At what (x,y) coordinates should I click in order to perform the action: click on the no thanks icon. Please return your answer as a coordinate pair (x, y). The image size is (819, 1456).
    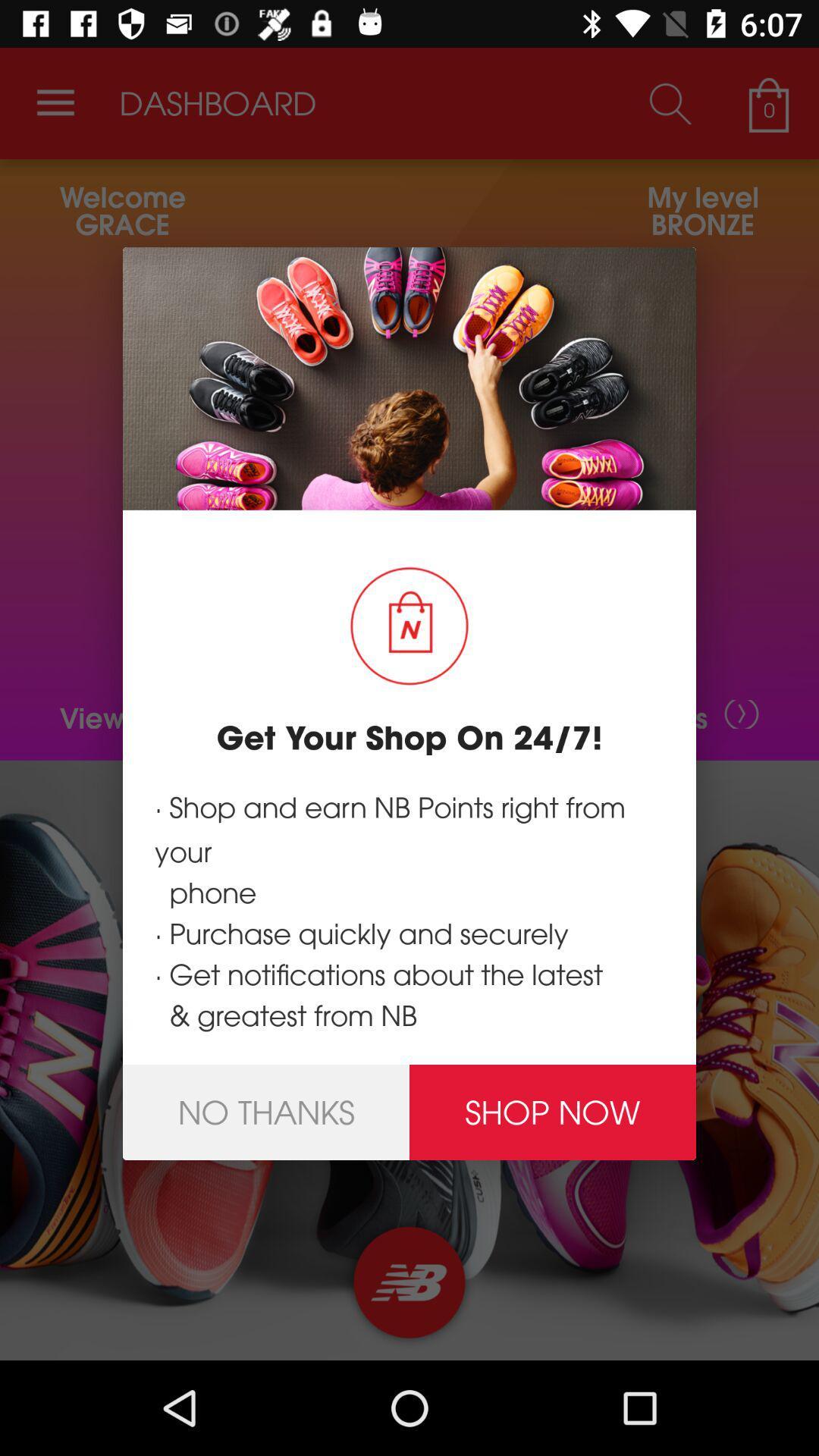
    Looking at the image, I should click on (265, 1112).